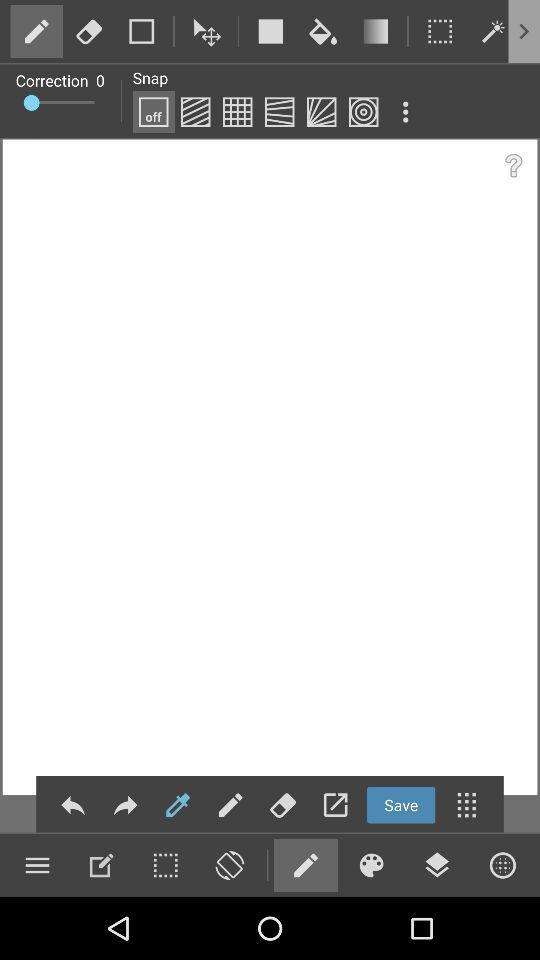 This screenshot has width=540, height=960. I want to click on the edit icon, so click(229, 805).